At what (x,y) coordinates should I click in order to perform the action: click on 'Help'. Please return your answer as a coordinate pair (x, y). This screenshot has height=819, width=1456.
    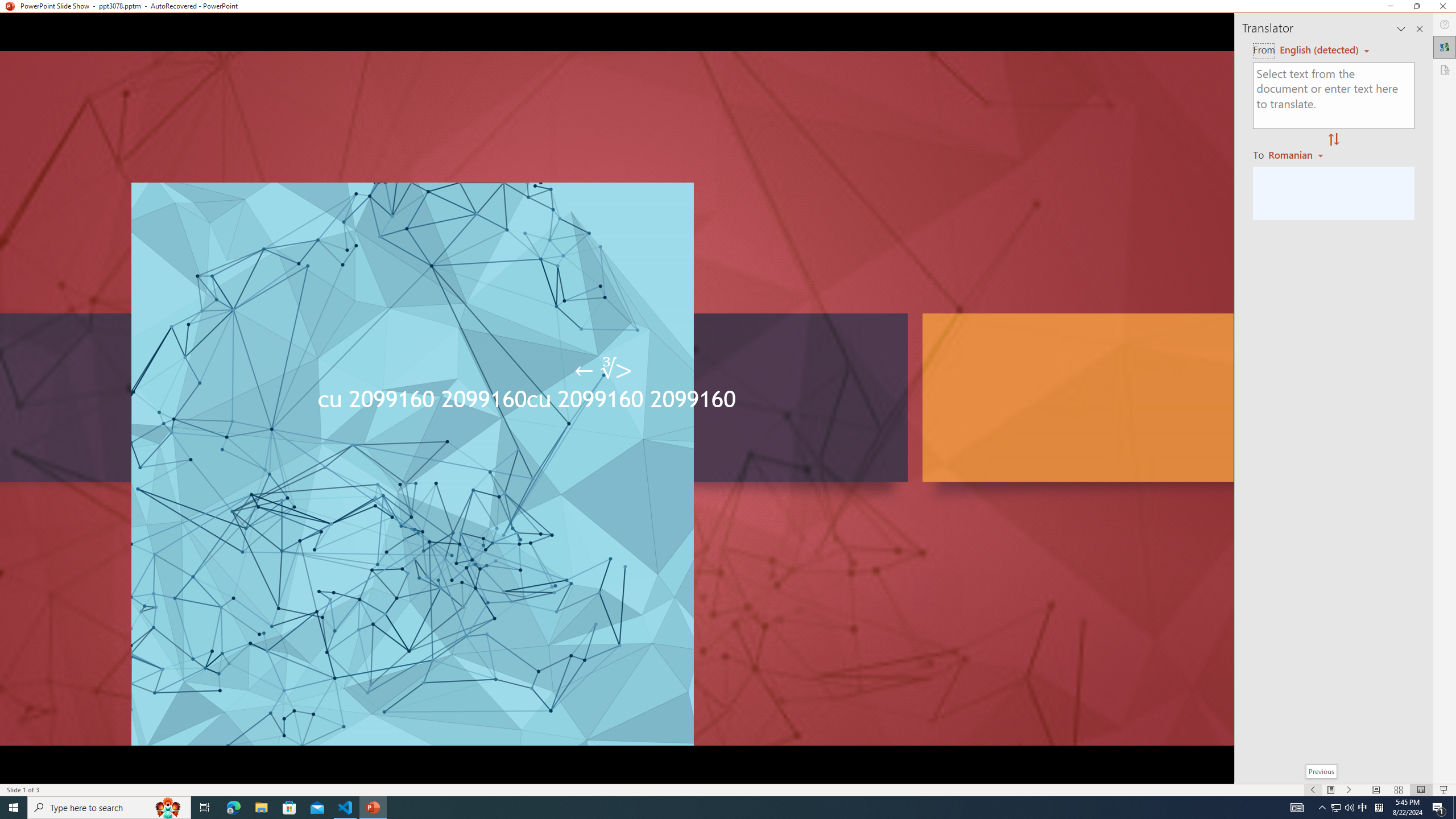
    Looking at the image, I should click on (1444, 24).